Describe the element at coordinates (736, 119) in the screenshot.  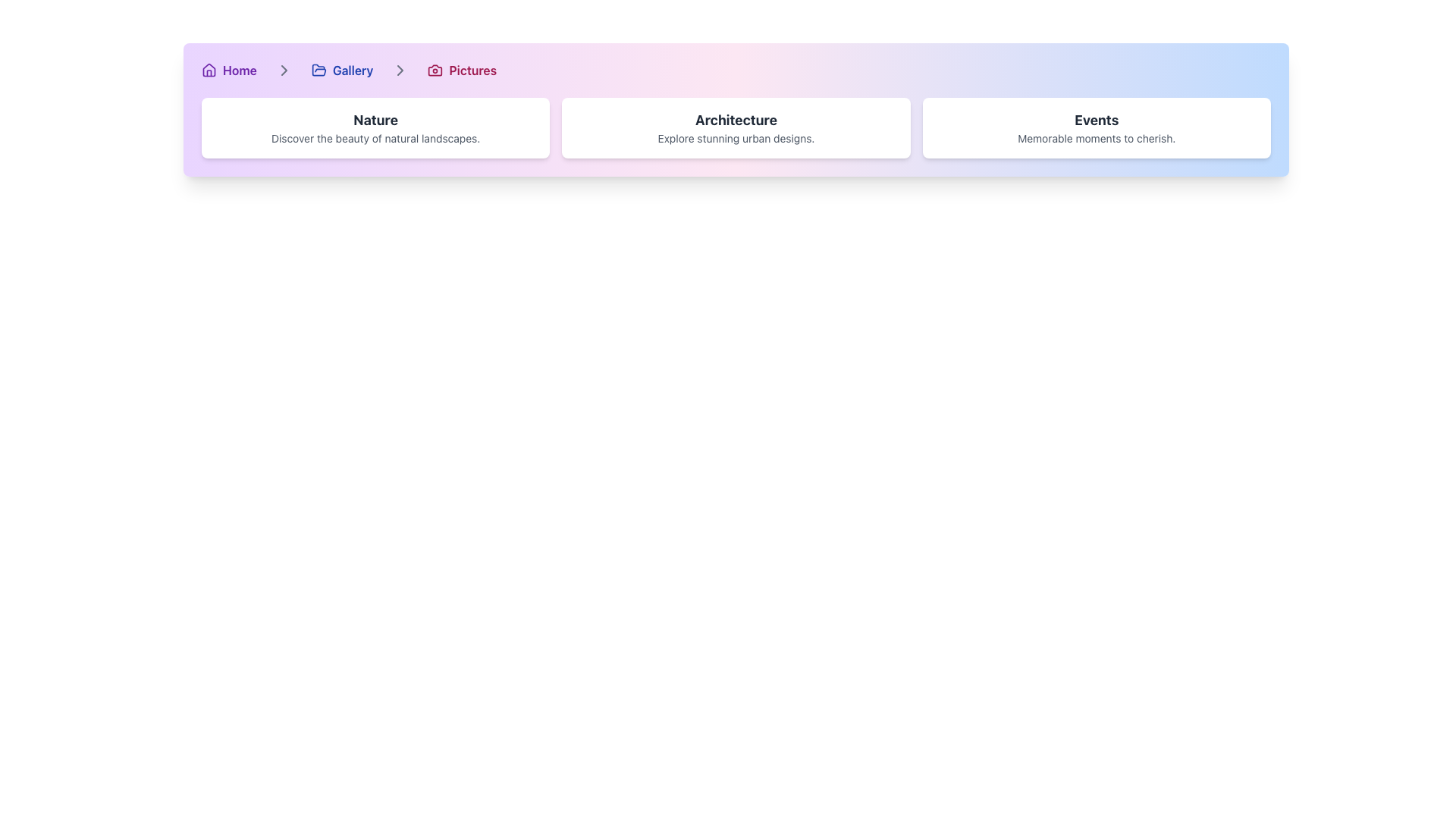
I see `the 'Architecture' text element` at that location.